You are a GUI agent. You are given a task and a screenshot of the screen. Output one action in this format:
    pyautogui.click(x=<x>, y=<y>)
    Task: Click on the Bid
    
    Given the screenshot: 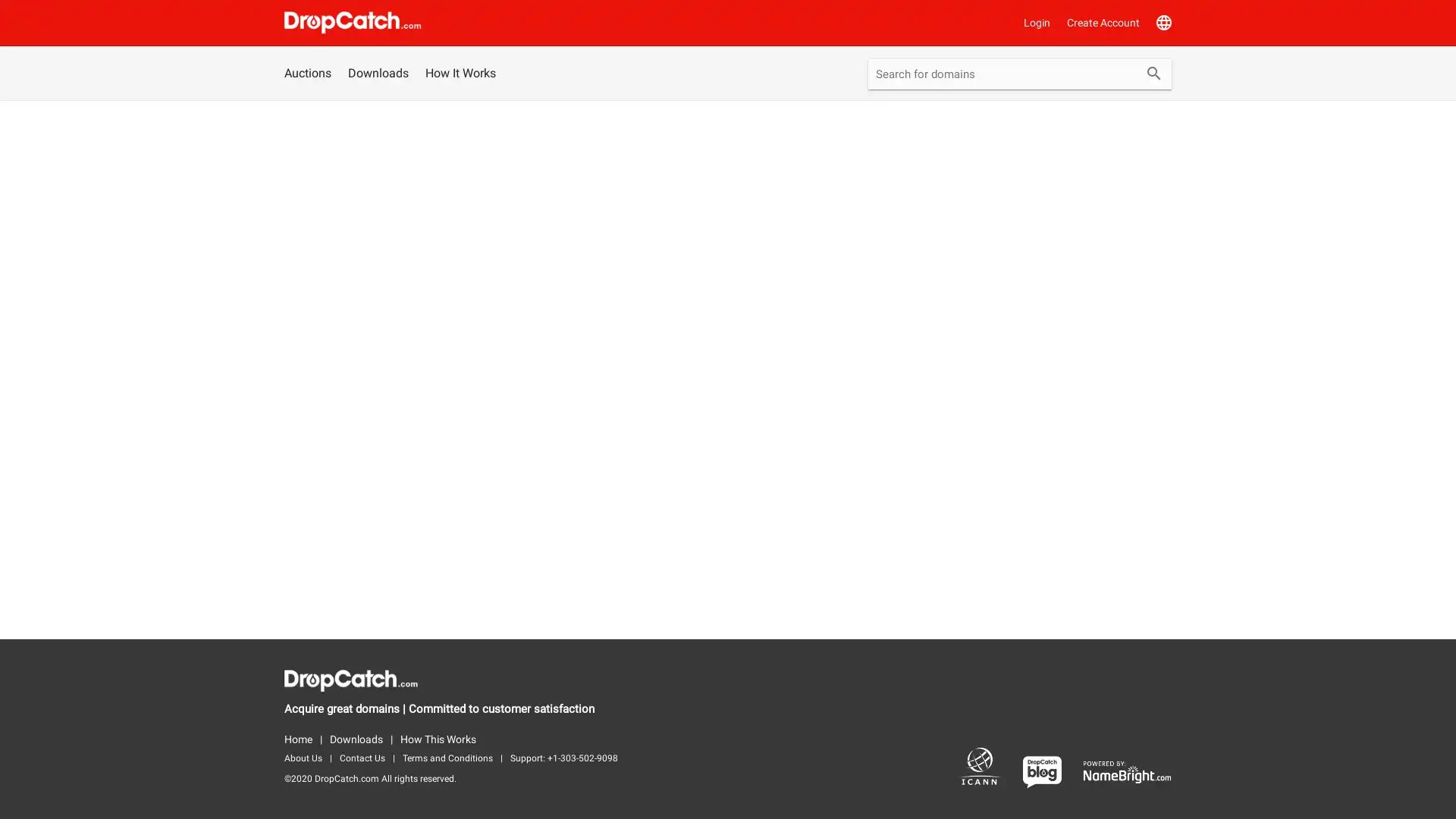 What is the action you would take?
    pyautogui.click(x=1139, y=748)
    